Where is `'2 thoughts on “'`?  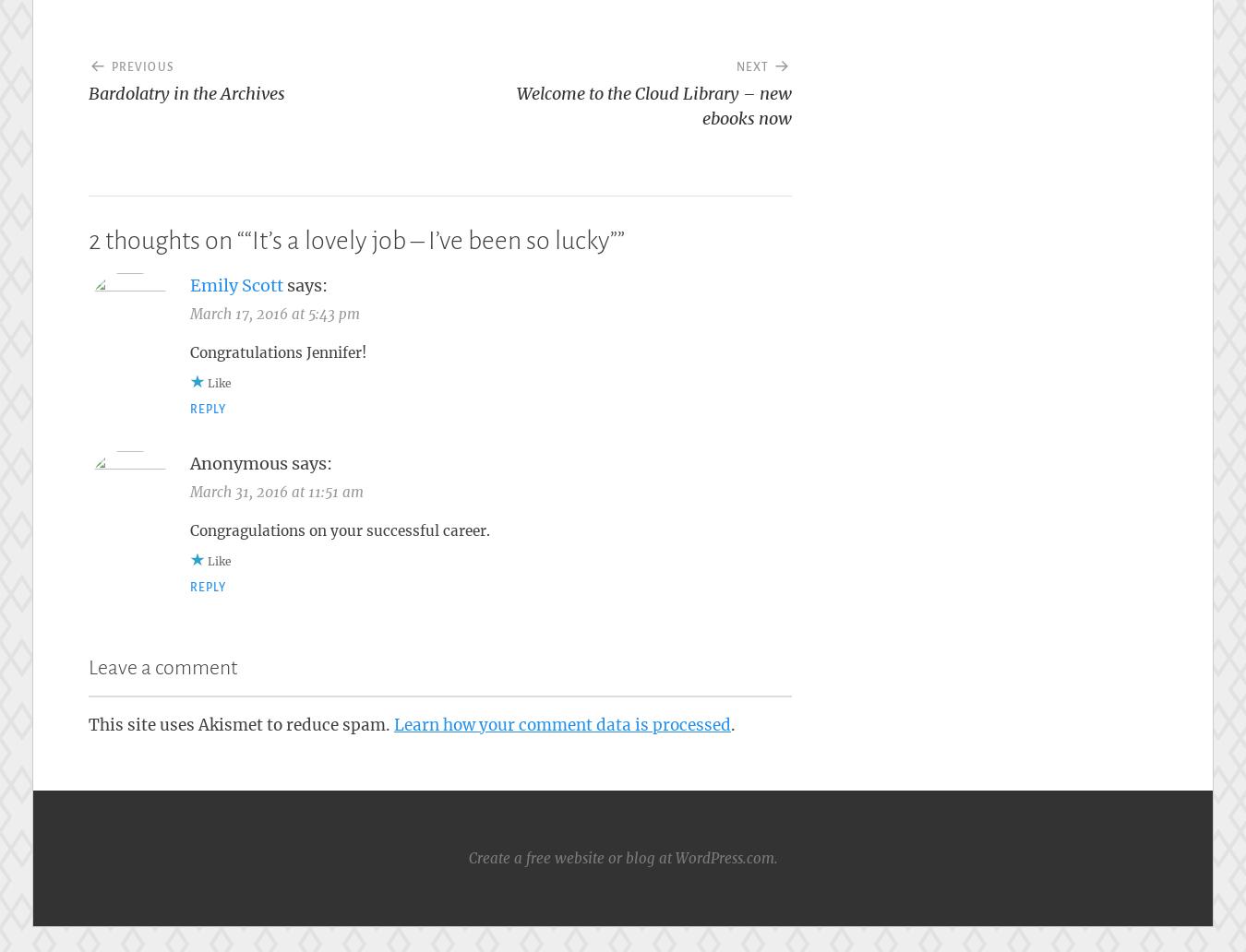 '2 thoughts on “' is located at coordinates (166, 240).